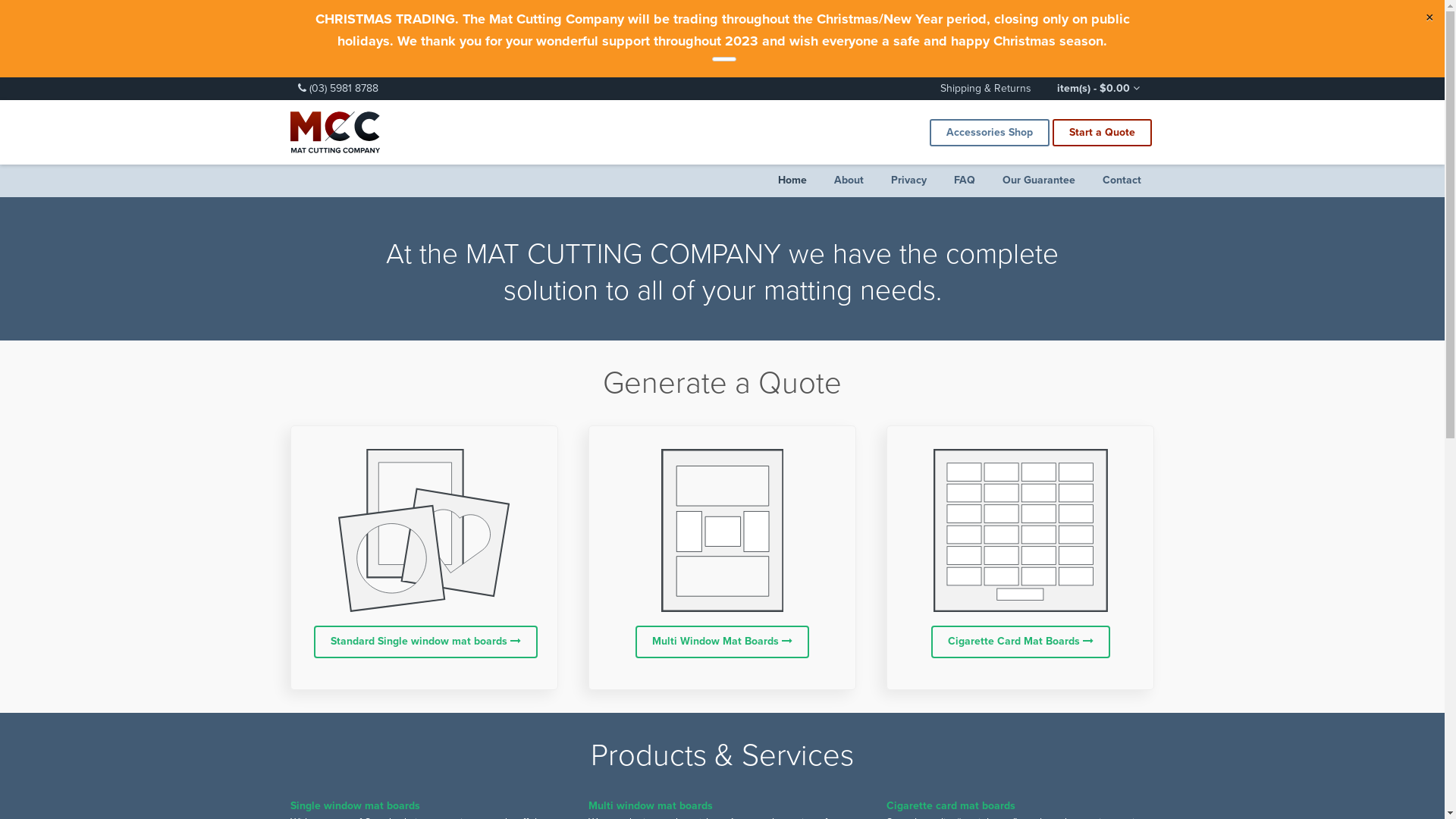 Image resolution: width=1456 pixels, height=819 pixels. What do you see at coordinates (1102, 131) in the screenshot?
I see `'Start a Quote'` at bounding box center [1102, 131].